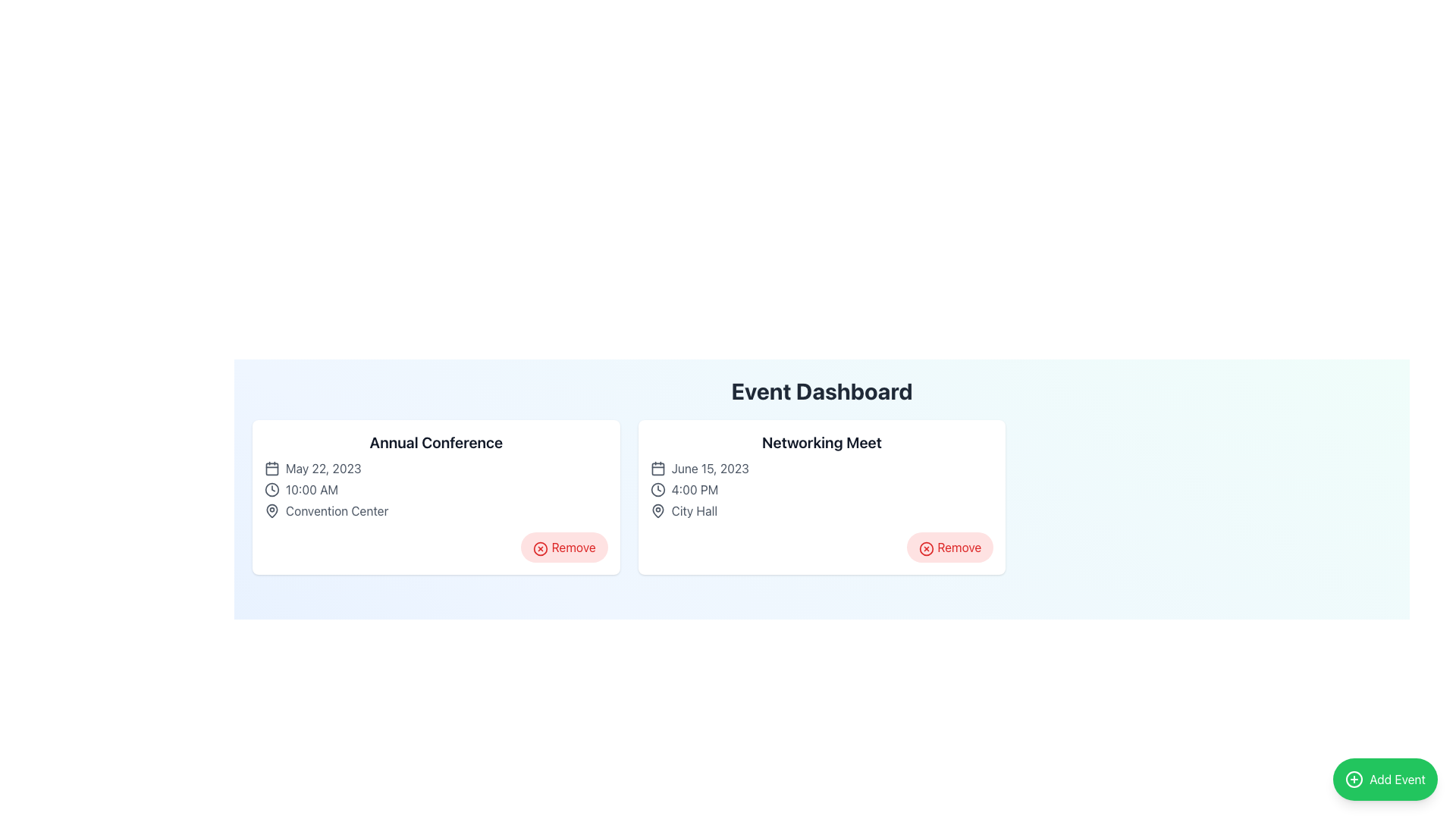 This screenshot has height=819, width=1456. I want to click on the graphical icon within the 'Add Event' button, which is green and located at the bottom-right corner of the interface, specifically to the left of the text that reads 'Add Event', so click(1354, 780).